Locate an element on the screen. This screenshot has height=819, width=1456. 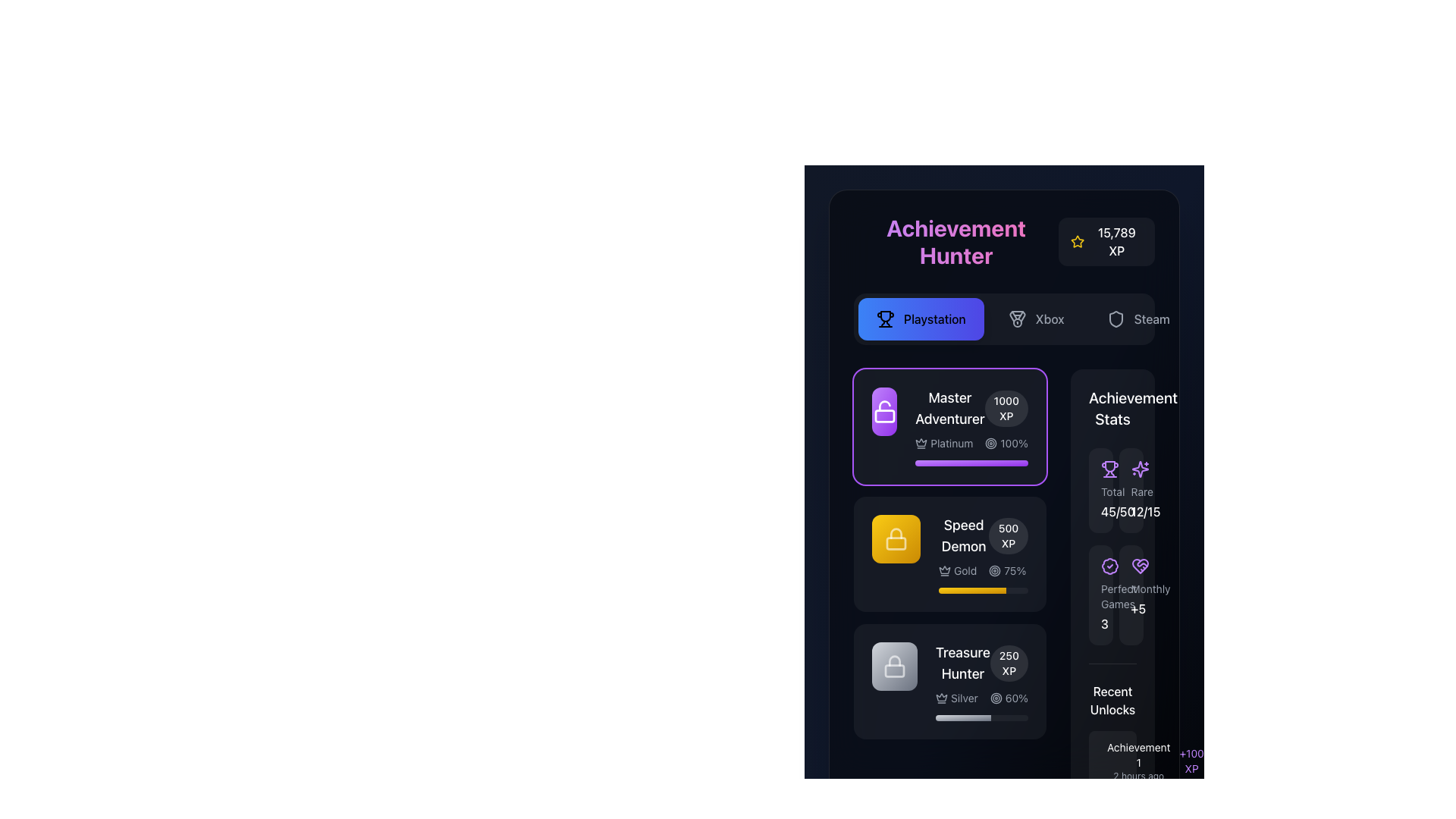
the progress percentage icon indicating 60% for the 'Treasure Hunter' achievement, located in the bottom-right corner of the achievement card, adjacent to the text 'Silver' is located at coordinates (1009, 698).